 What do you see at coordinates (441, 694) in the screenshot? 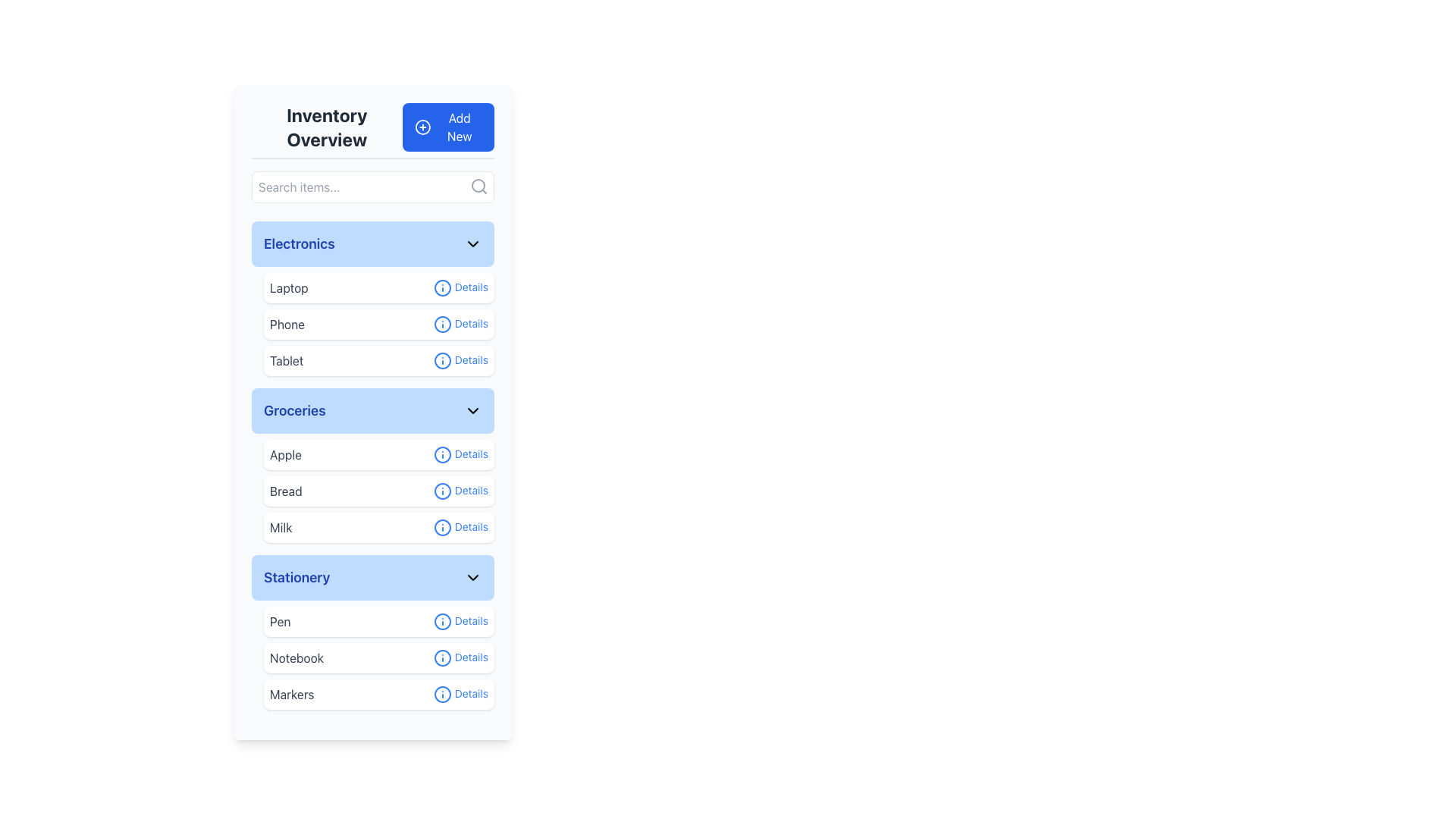
I see `the information indicator icon located in the 'Stationery' section under 'Markers', to the left of the 'Details' label` at bounding box center [441, 694].